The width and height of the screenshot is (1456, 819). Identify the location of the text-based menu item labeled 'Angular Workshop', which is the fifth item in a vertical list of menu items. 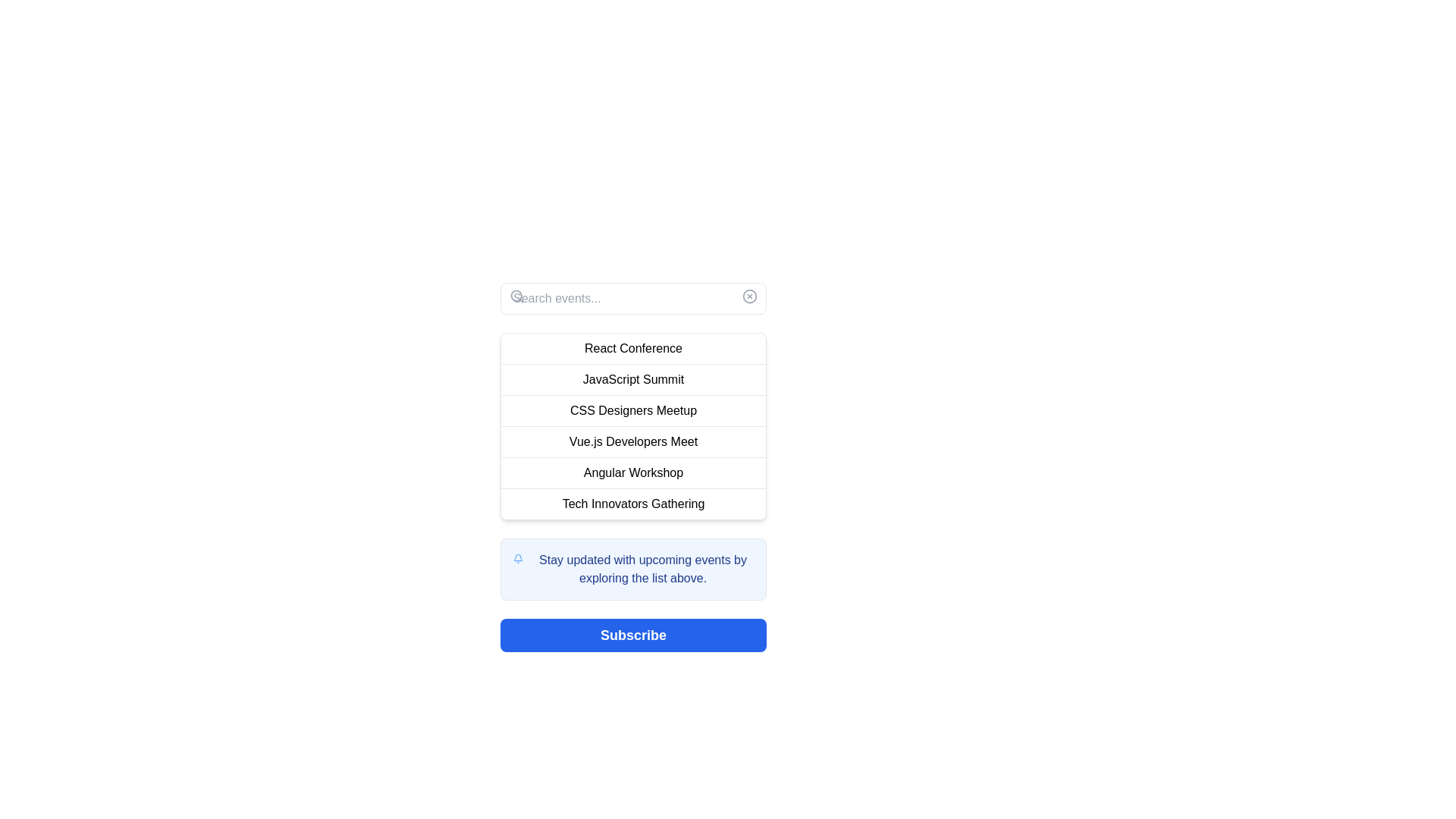
(633, 472).